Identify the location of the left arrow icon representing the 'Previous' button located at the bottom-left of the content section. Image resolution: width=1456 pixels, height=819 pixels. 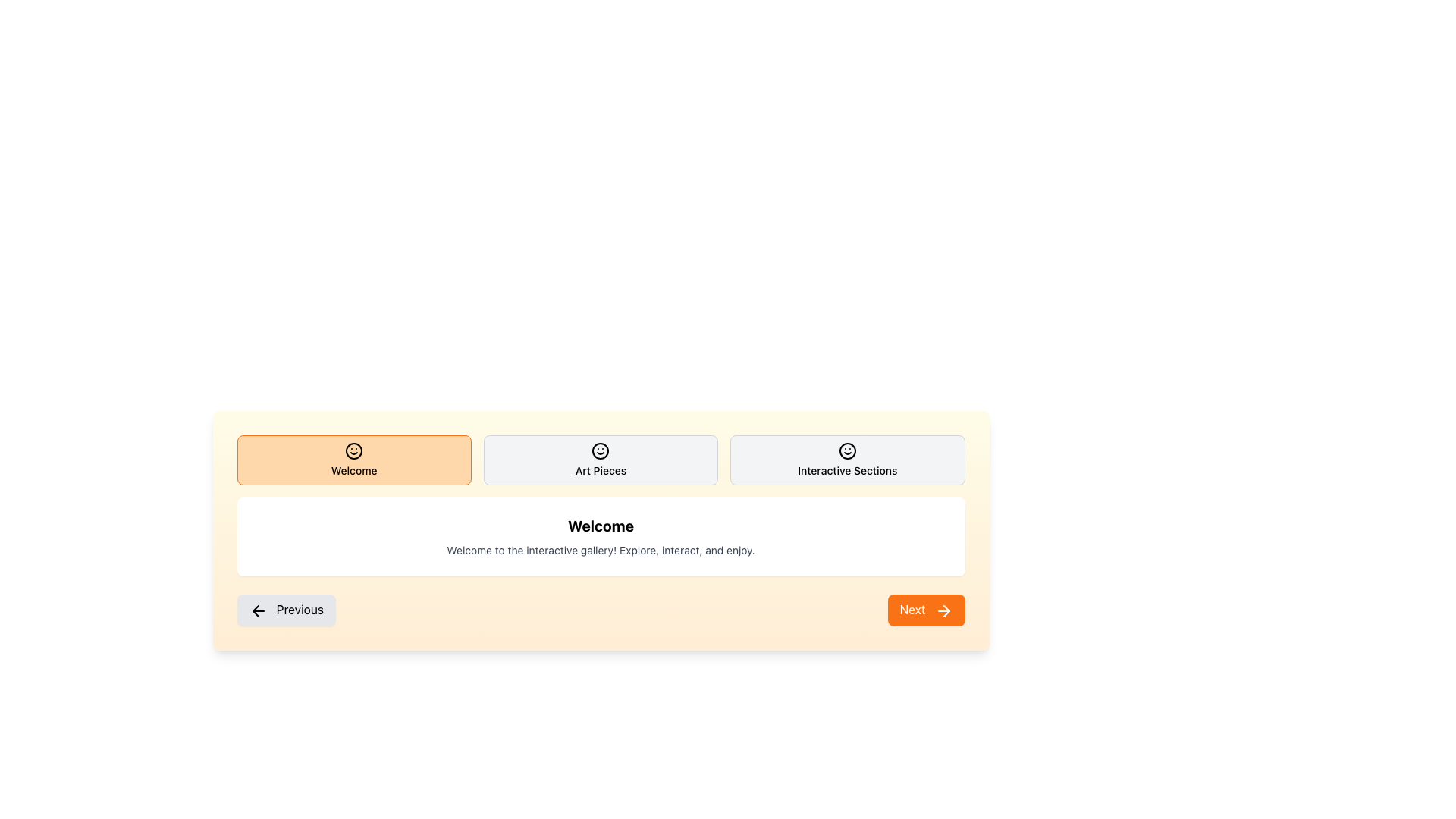
(255, 610).